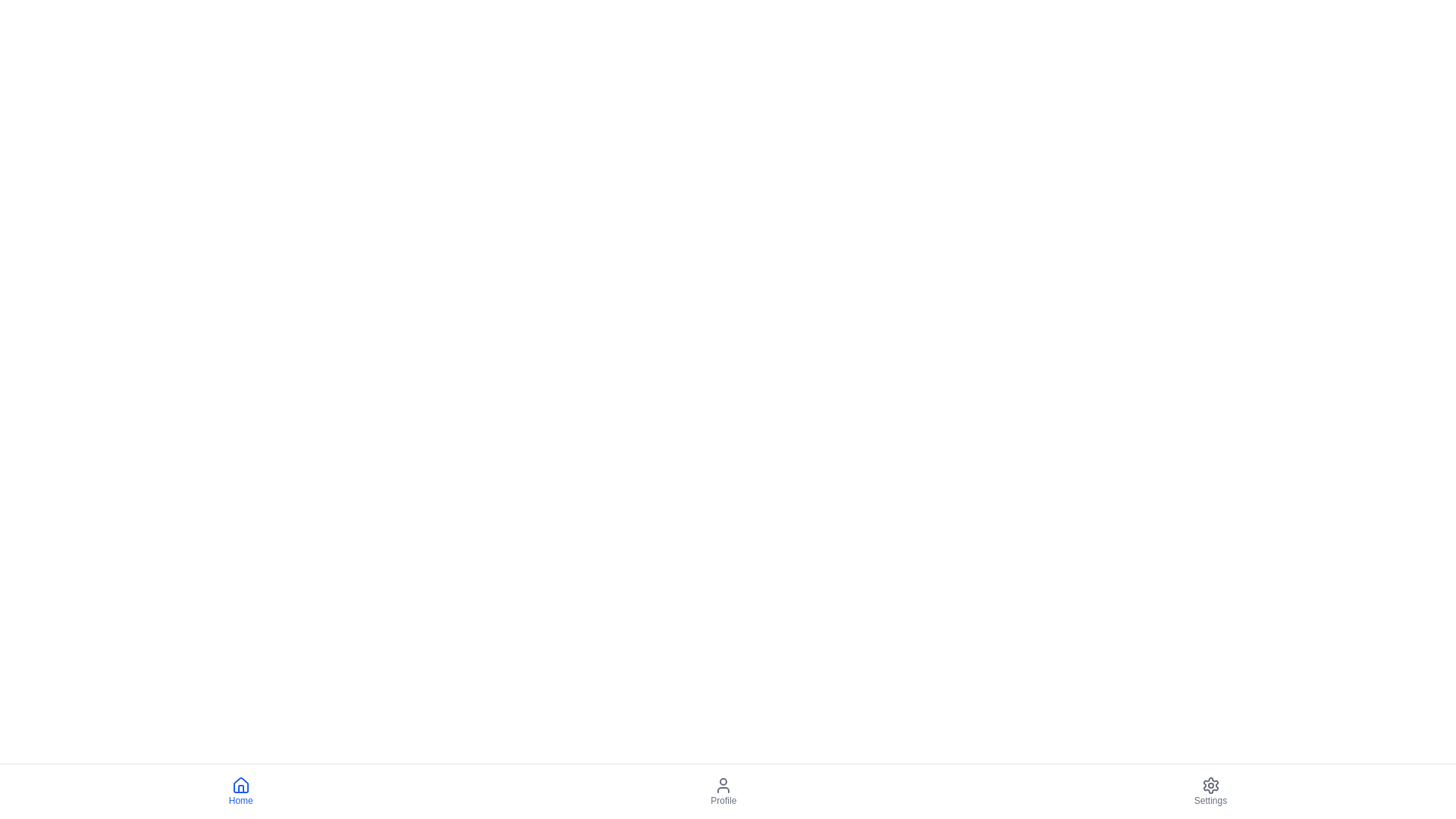  Describe the element at coordinates (723, 785) in the screenshot. I see `the 'Profile' icon in the bottom navigation bar` at that location.